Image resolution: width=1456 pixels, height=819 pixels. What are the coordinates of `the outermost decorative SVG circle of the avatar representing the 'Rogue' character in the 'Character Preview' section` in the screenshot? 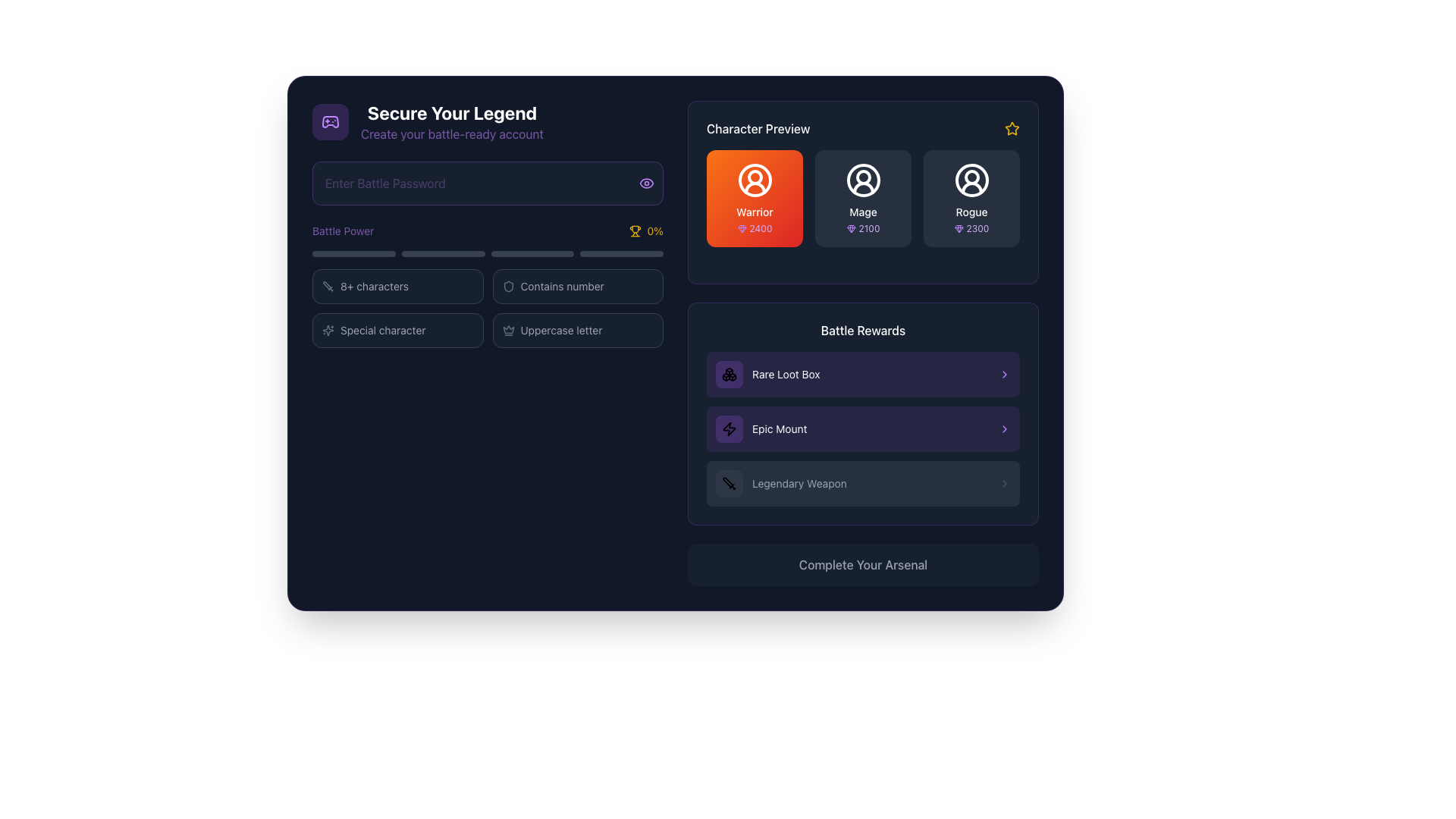 It's located at (971, 180).